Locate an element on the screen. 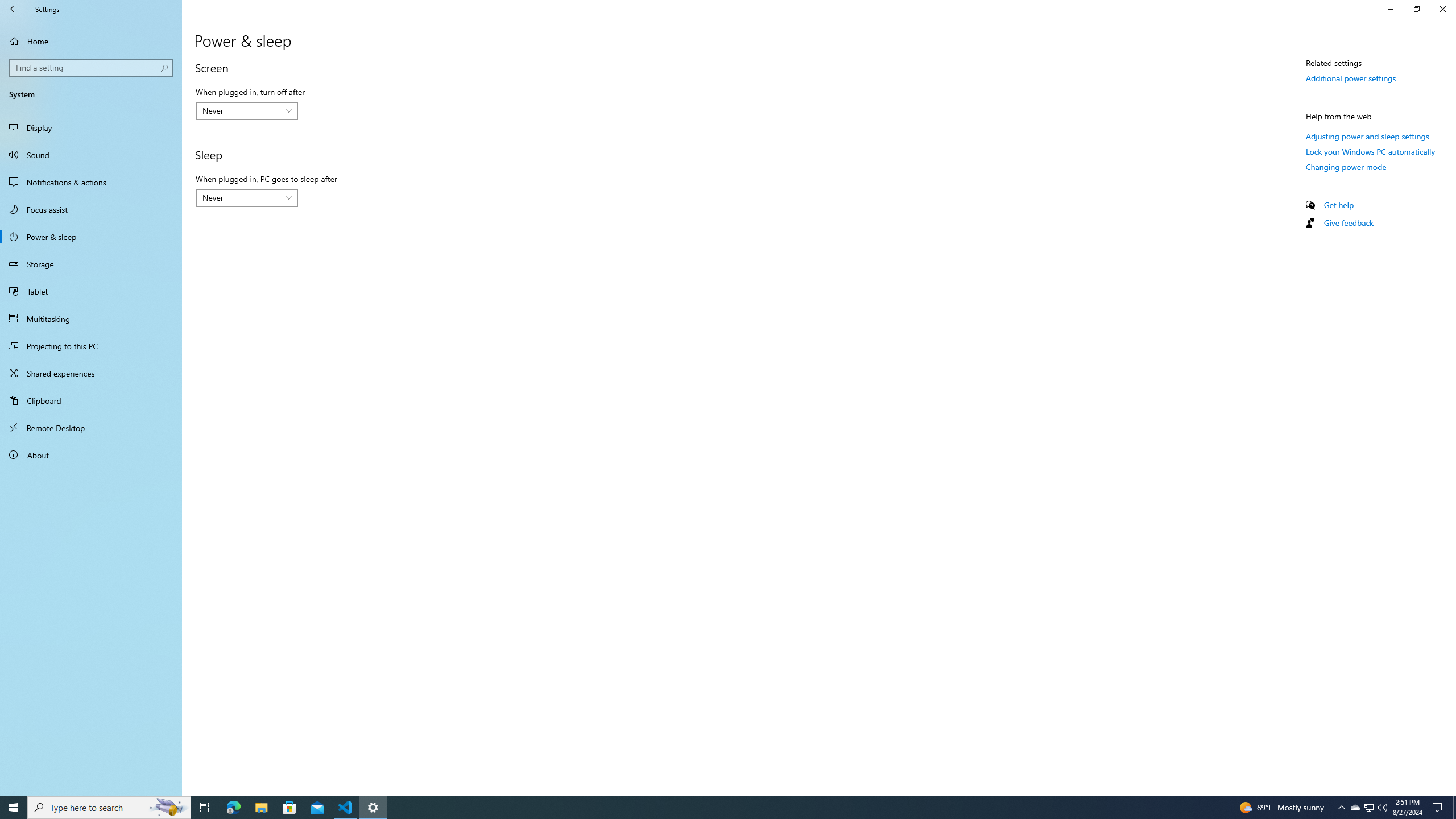  'When plugged in, turn off after' is located at coordinates (246, 111).